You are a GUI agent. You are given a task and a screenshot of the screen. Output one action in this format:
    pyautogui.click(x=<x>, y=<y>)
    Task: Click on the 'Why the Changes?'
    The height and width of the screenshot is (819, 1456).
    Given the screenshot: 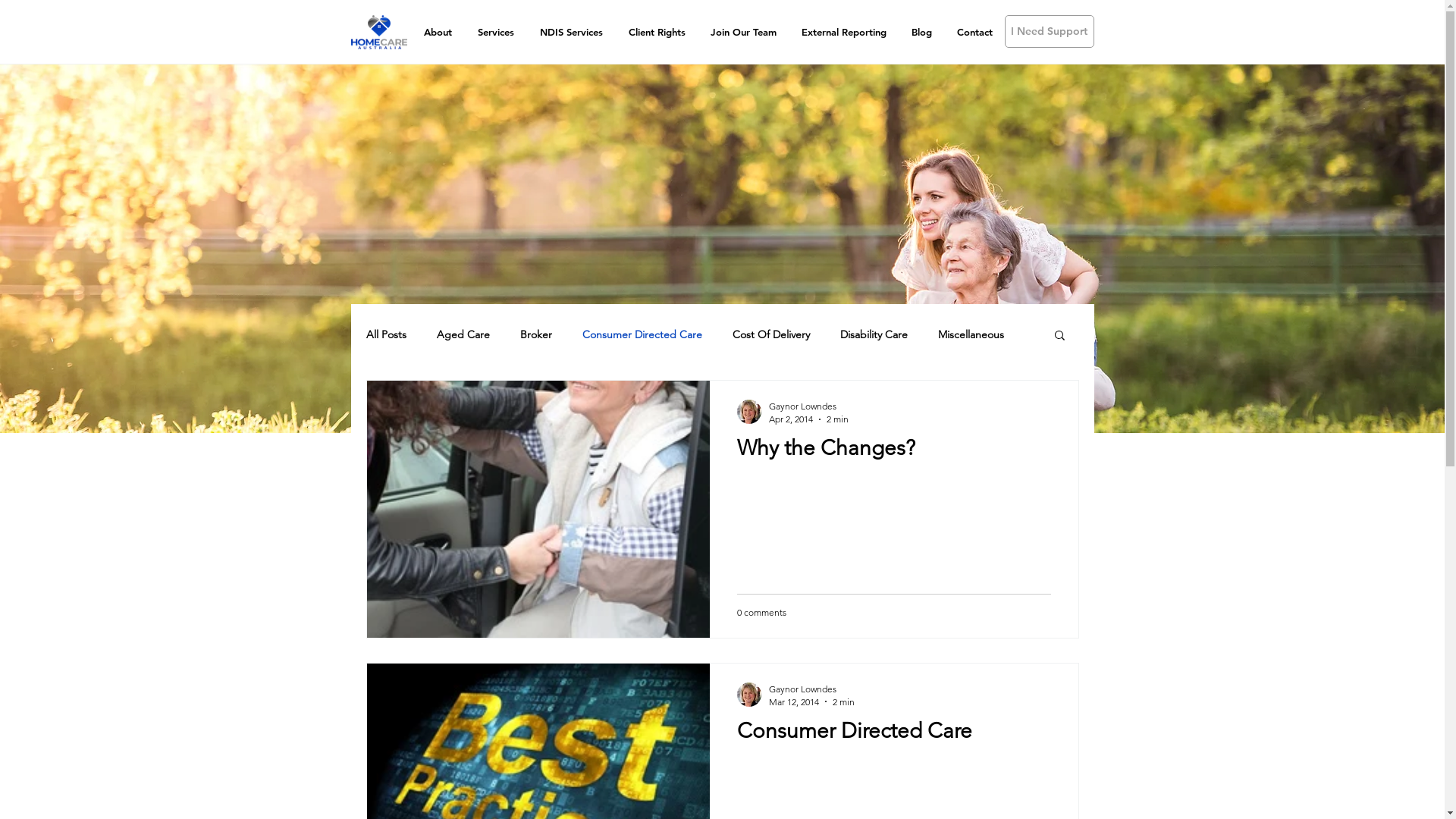 What is the action you would take?
    pyautogui.click(x=736, y=451)
    